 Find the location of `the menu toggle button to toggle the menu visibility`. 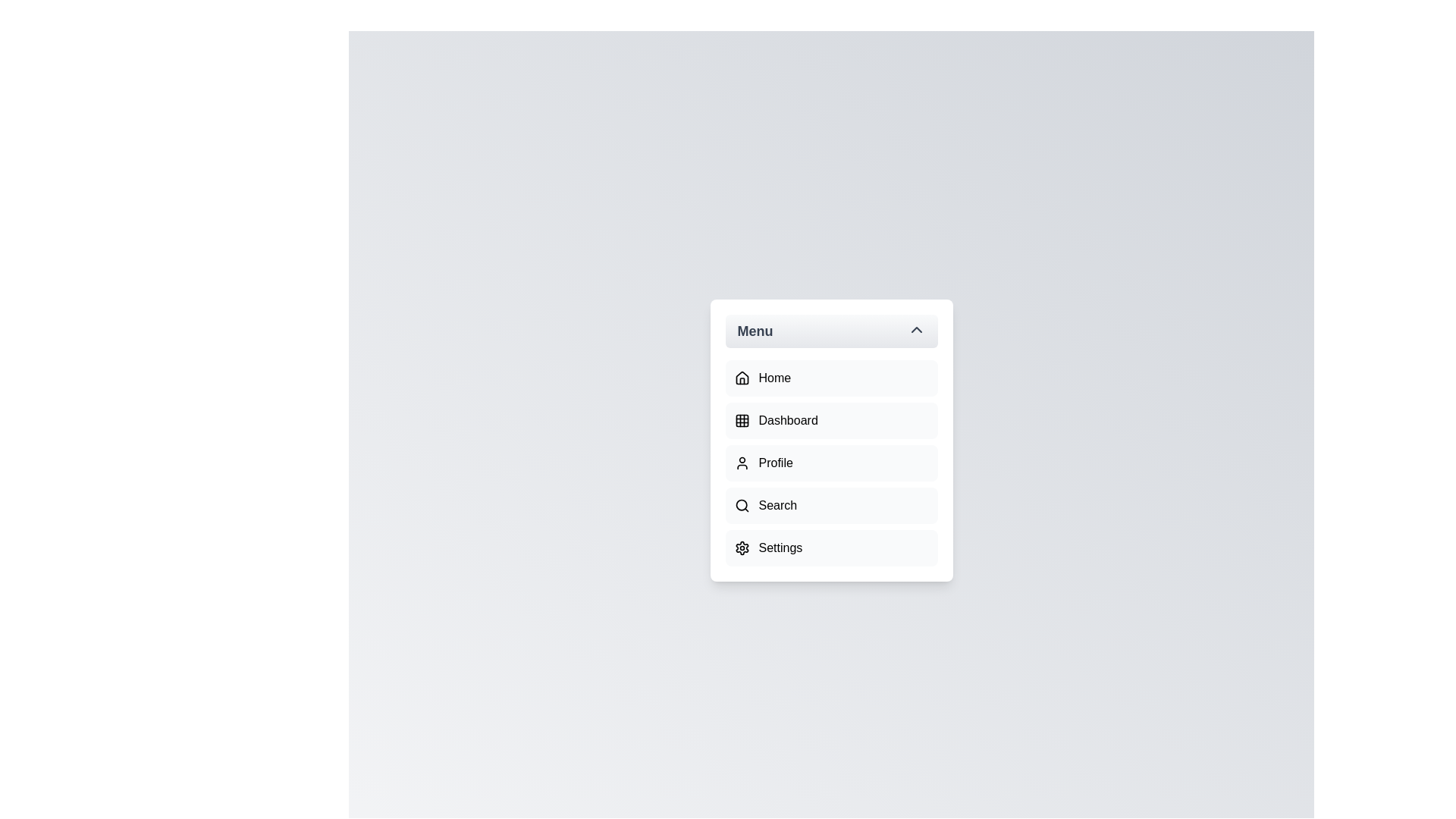

the menu toggle button to toggle the menu visibility is located at coordinates (830, 330).